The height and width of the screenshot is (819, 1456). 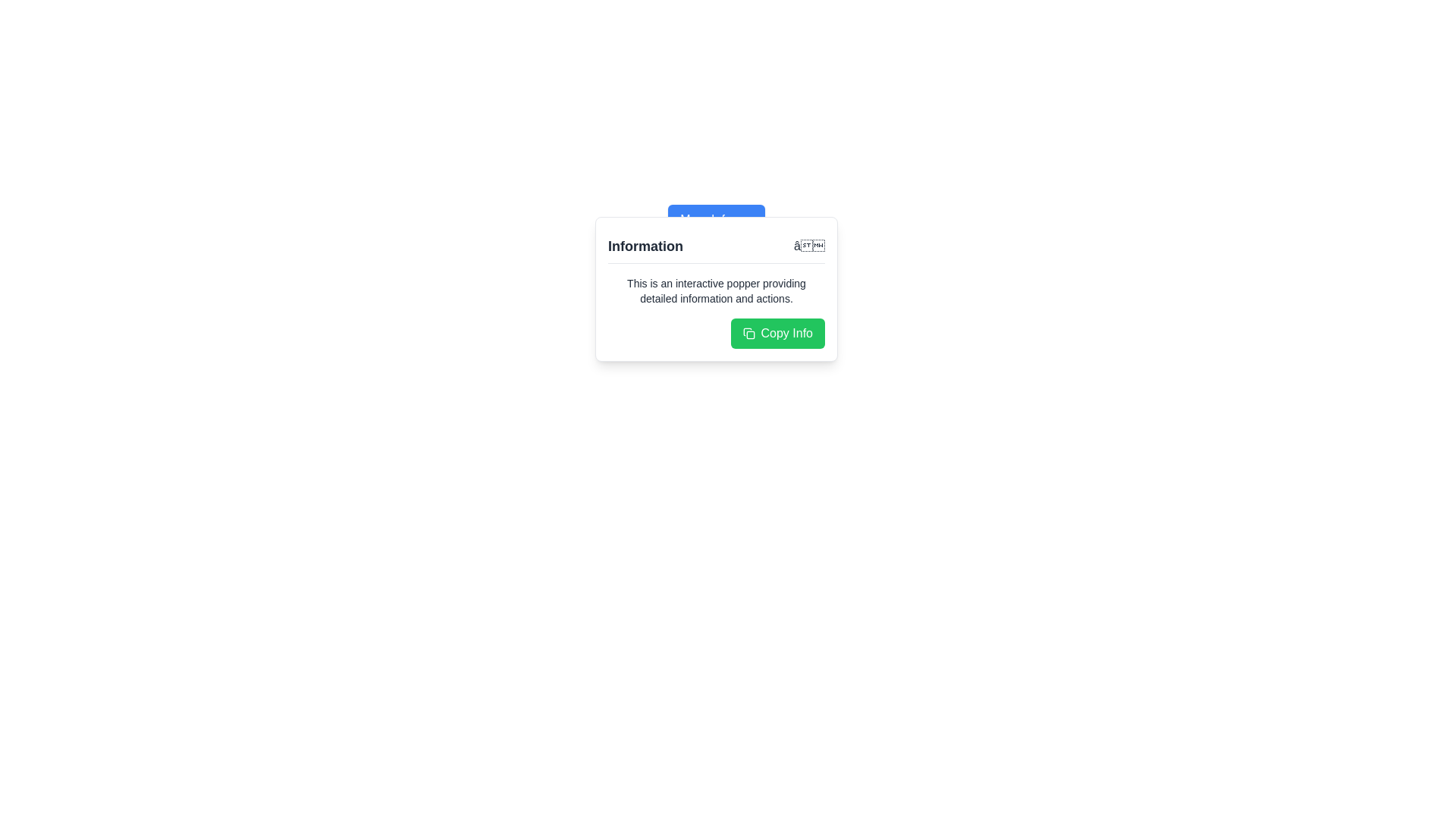 What do you see at coordinates (748, 332) in the screenshot?
I see `the 'Copy Info' button which features a 'Copy' symbol icon made of two overlapping rectangles, located at the bottom-right corner of the pop-up informational card` at bounding box center [748, 332].